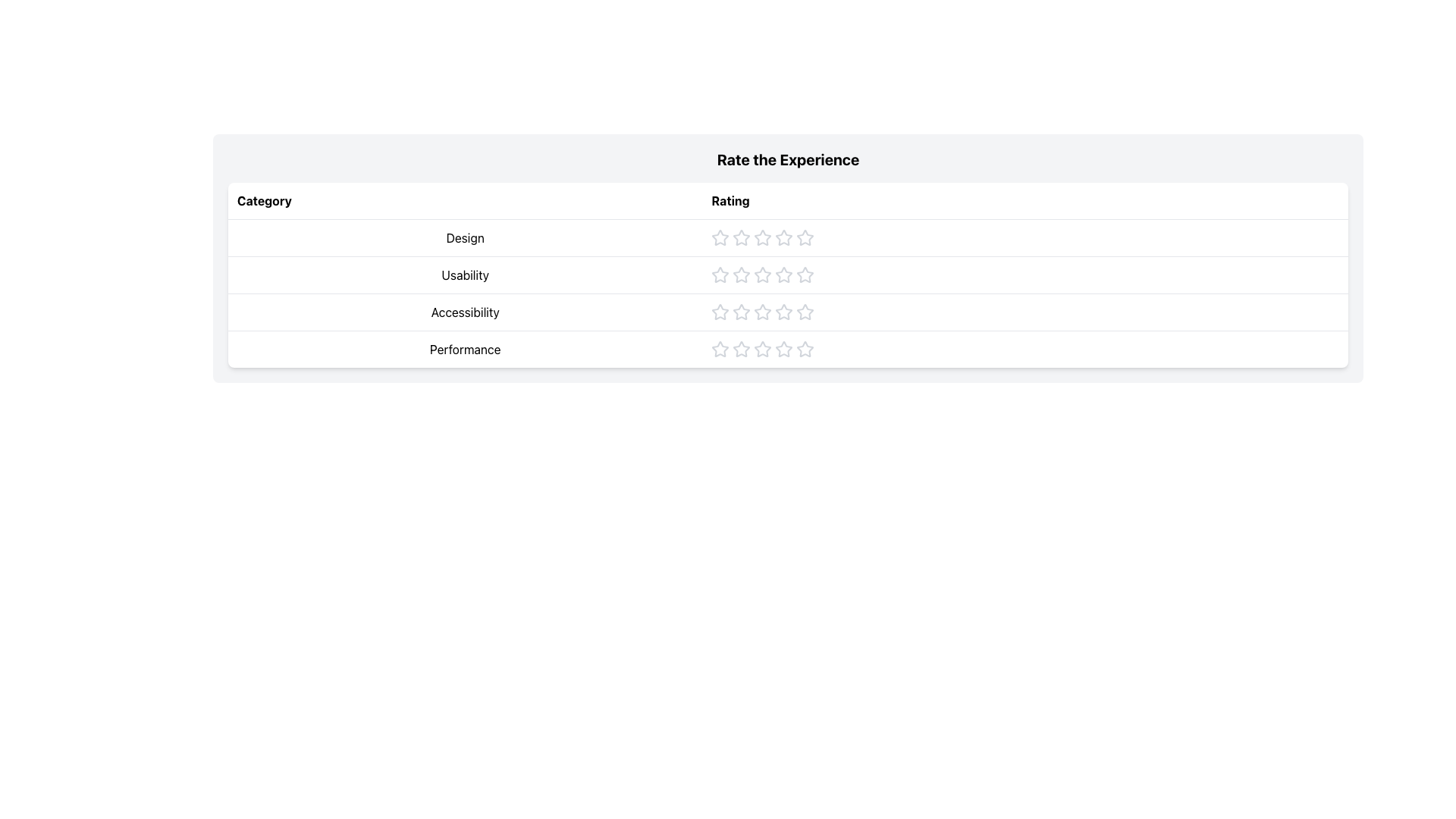 The image size is (1456, 819). What do you see at coordinates (763, 237) in the screenshot?
I see `the second star icon in the rating bar for rating, indicating an inactive state` at bounding box center [763, 237].